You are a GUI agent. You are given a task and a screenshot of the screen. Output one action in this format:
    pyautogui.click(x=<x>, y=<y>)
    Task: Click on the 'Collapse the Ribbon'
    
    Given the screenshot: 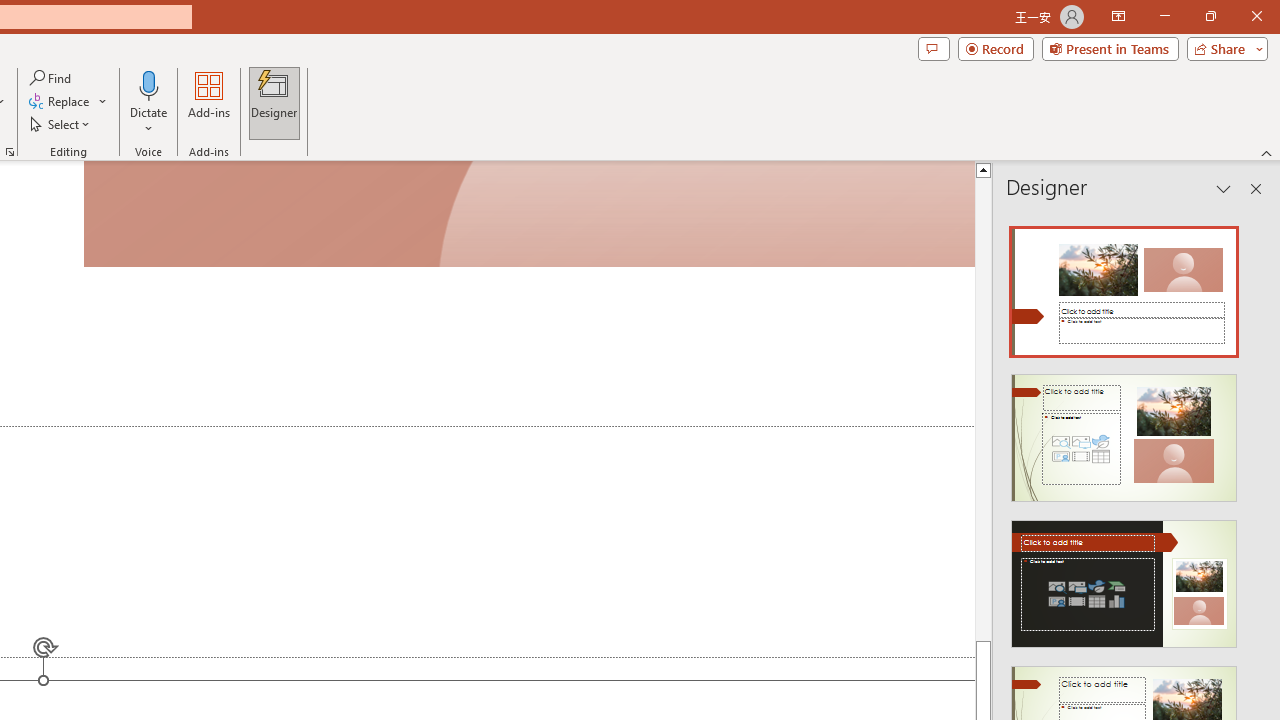 What is the action you would take?
    pyautogui.click(x=1266, y=152)
    